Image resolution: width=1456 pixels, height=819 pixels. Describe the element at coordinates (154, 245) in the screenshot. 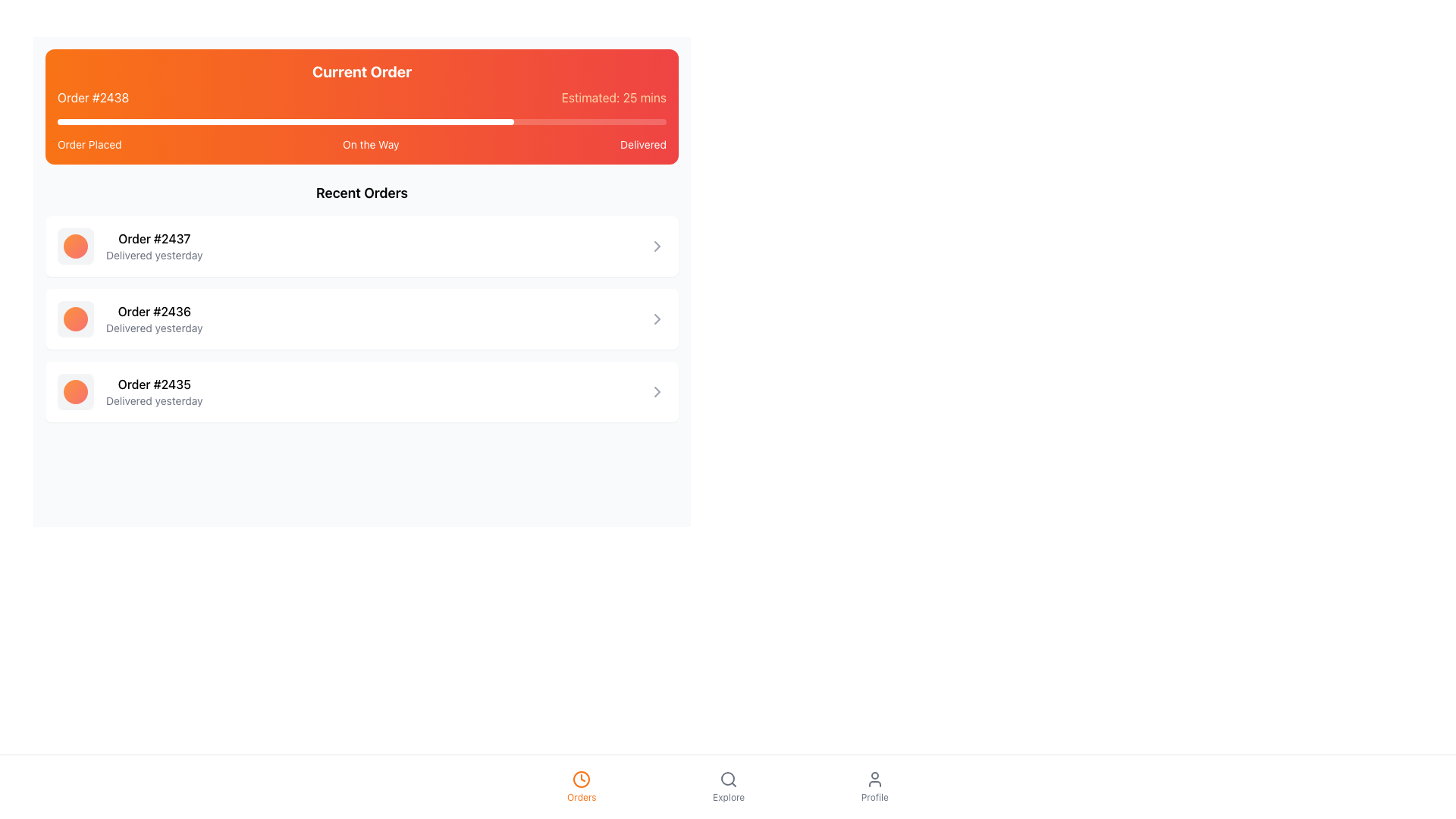

I see `the text block element displaying 'Order #2437' with the smaller text 'Delivered yesterday' located in the 'Recent Orders' section` at that location.